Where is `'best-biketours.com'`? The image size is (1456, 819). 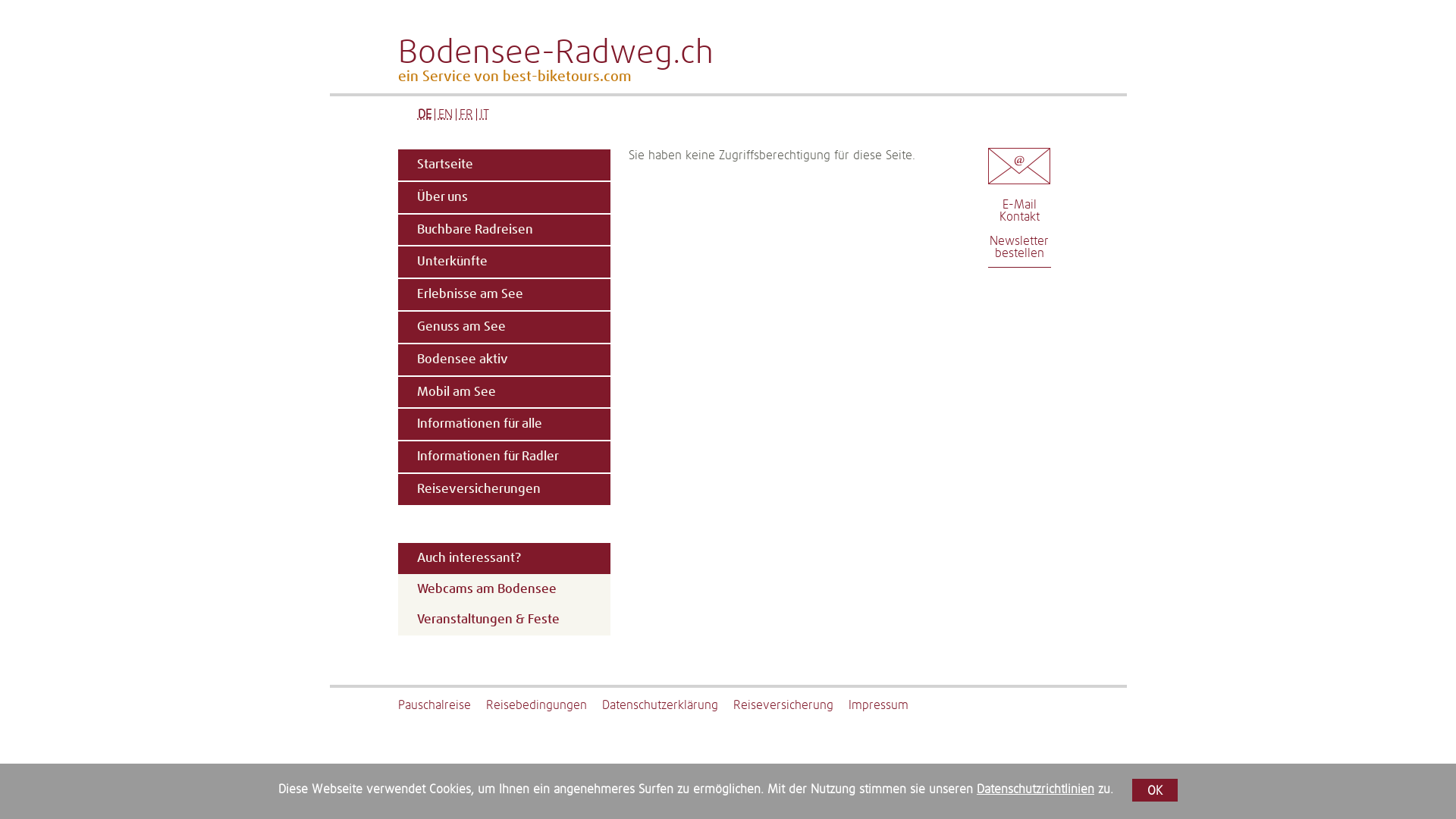
'best-biketours.com' is located at coordinates (565, 77).